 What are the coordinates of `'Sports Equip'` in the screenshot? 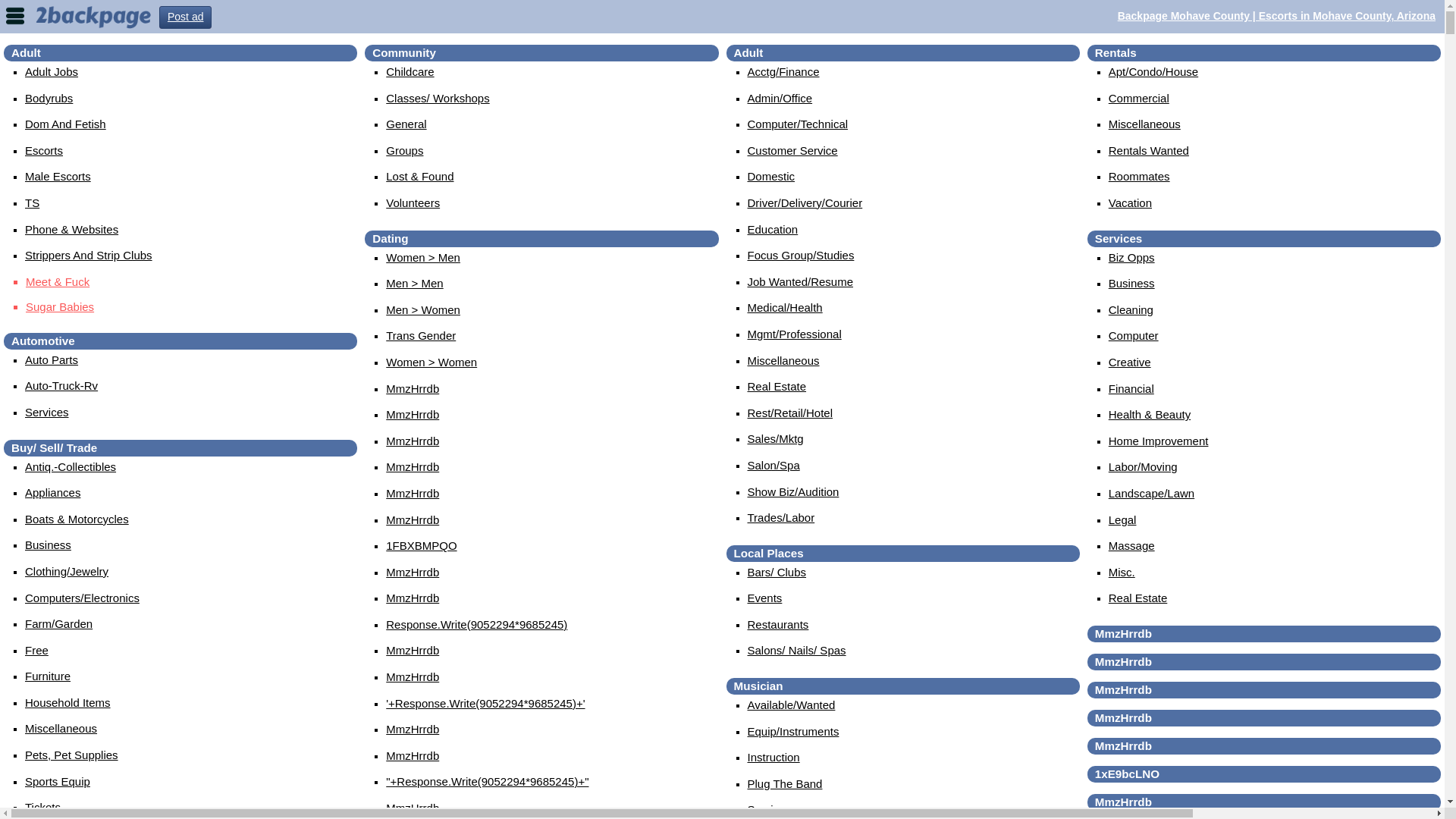 It's located at (58, 781).